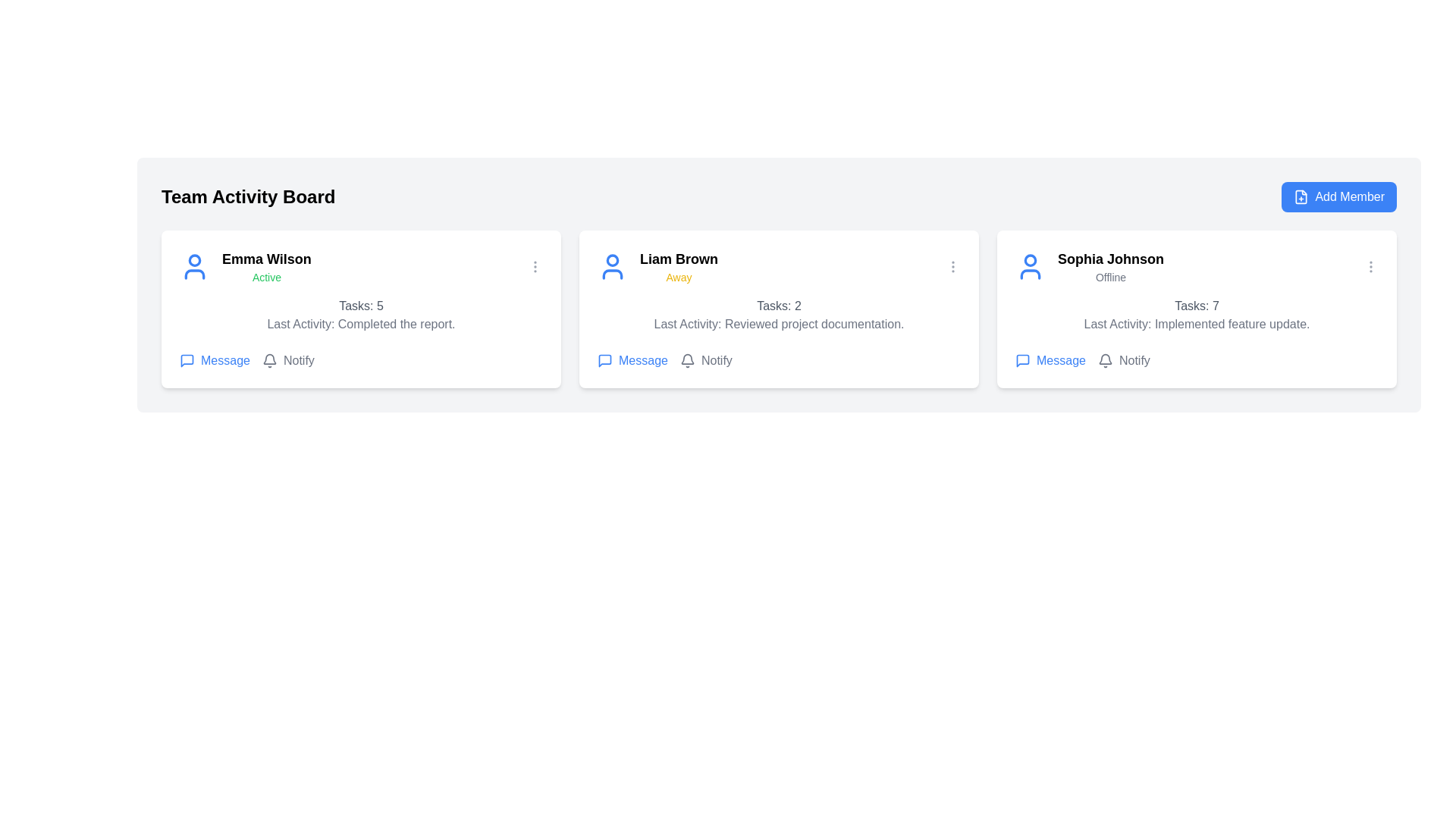  I want to click on the notification bell icon associated with 'Liam Brown', so click(687, 359).